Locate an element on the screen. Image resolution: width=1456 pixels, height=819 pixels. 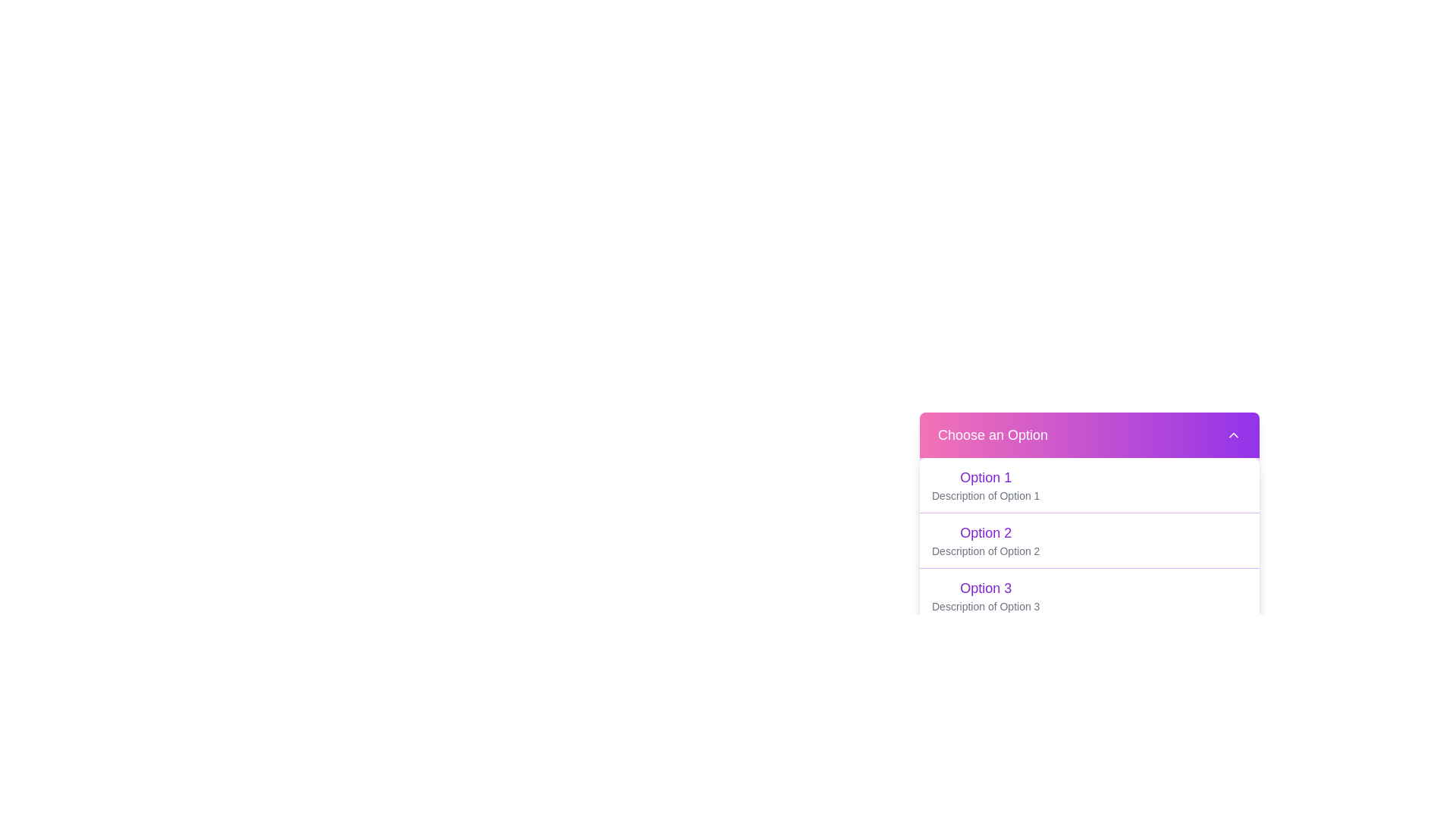
displayed information from the 'Option 2' label, which consists of a purple-bold 'Option 2' and a smaller gray 'Description of Option 2', located in the center of the selectable dropdown interface is located at coordinates (986, 540).